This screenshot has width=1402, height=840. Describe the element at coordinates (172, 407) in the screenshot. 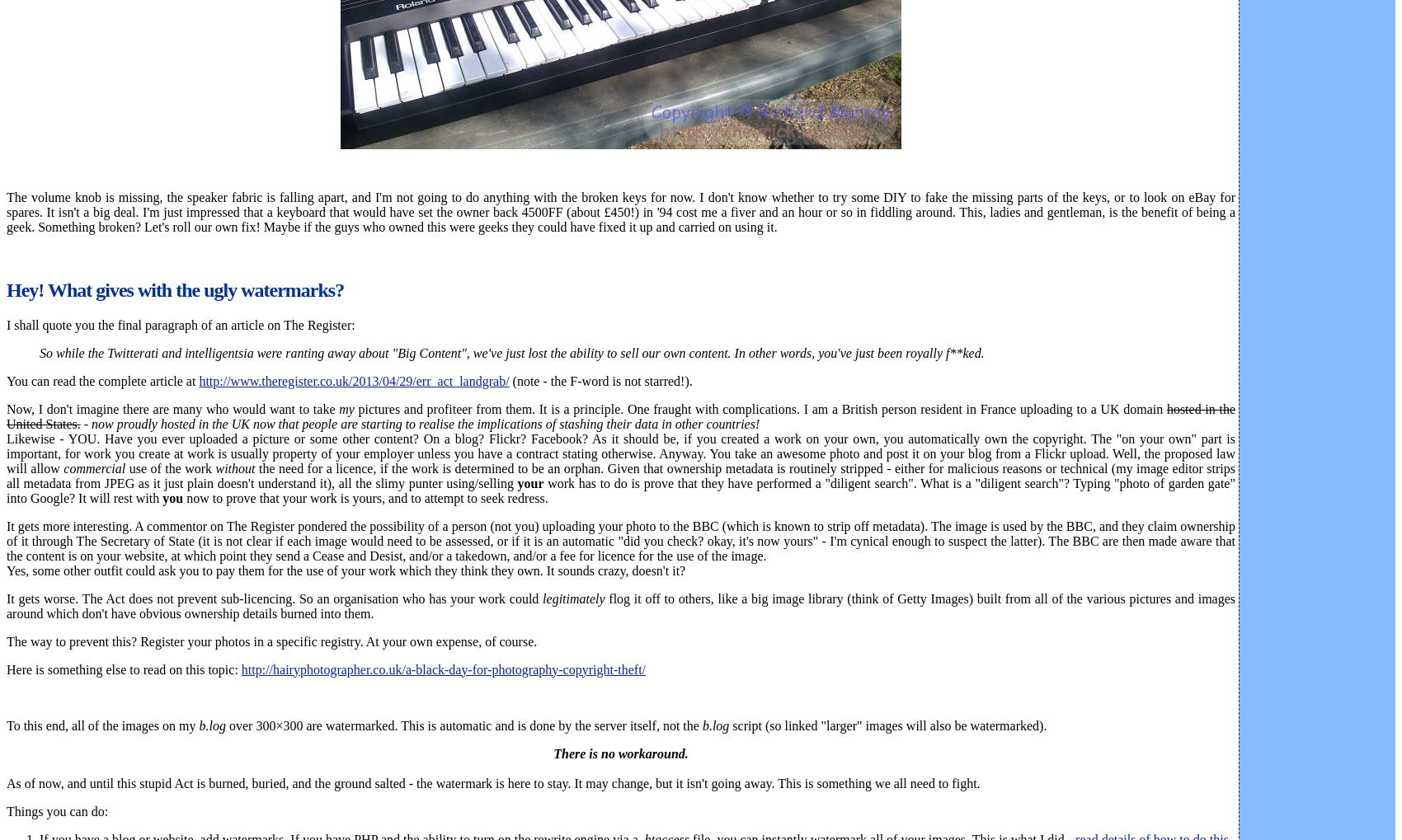

I see `'Now, I don't imagine there are many who would want to take'` at that location.